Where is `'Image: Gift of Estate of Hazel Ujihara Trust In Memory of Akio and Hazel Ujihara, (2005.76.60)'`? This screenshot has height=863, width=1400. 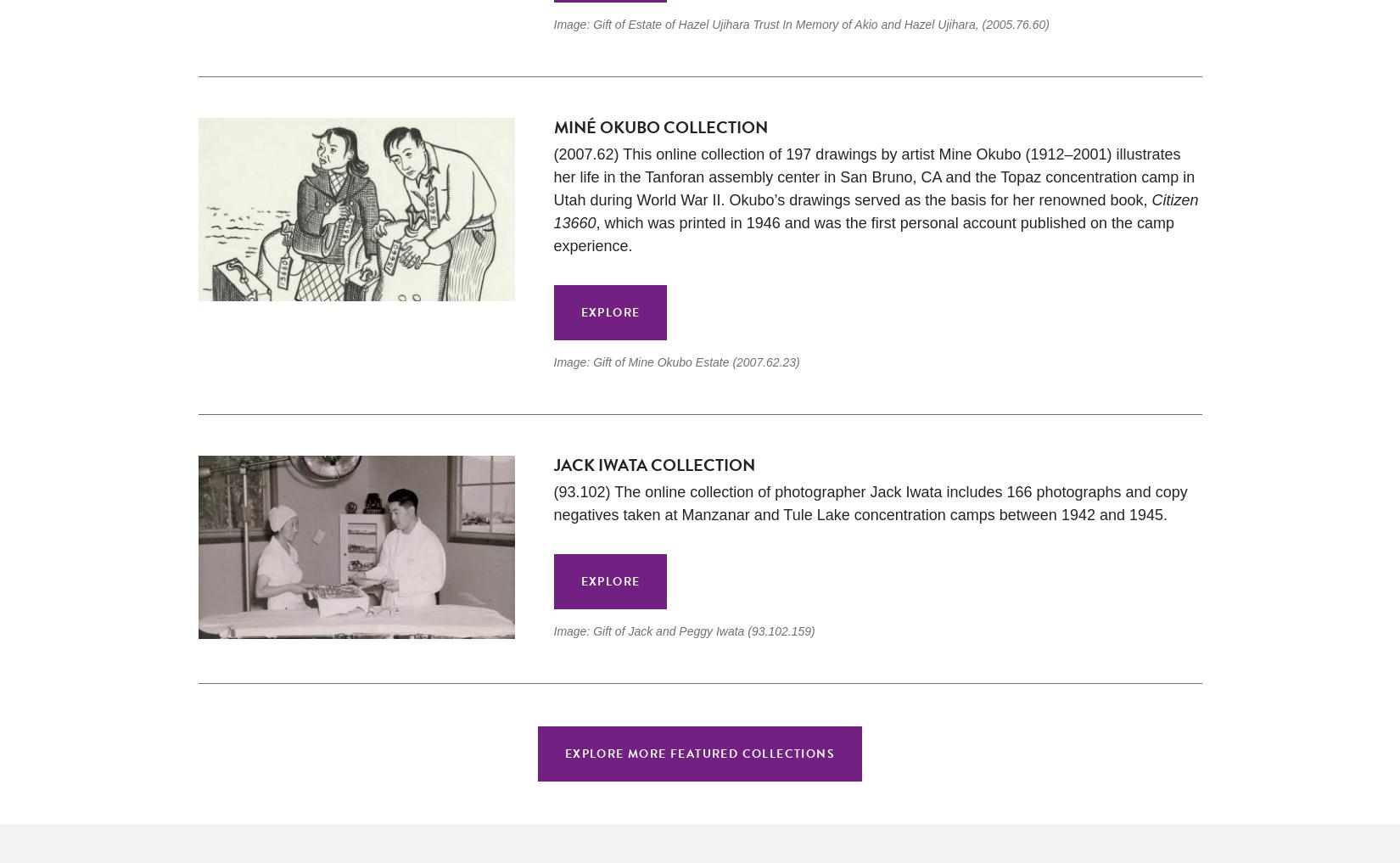 'Image: Gift of Estate of Hazel Ujihara Trust In Memory of Akio and Hazel Ujihara, (2005.76.60)' is located at coordinates (800, 23).